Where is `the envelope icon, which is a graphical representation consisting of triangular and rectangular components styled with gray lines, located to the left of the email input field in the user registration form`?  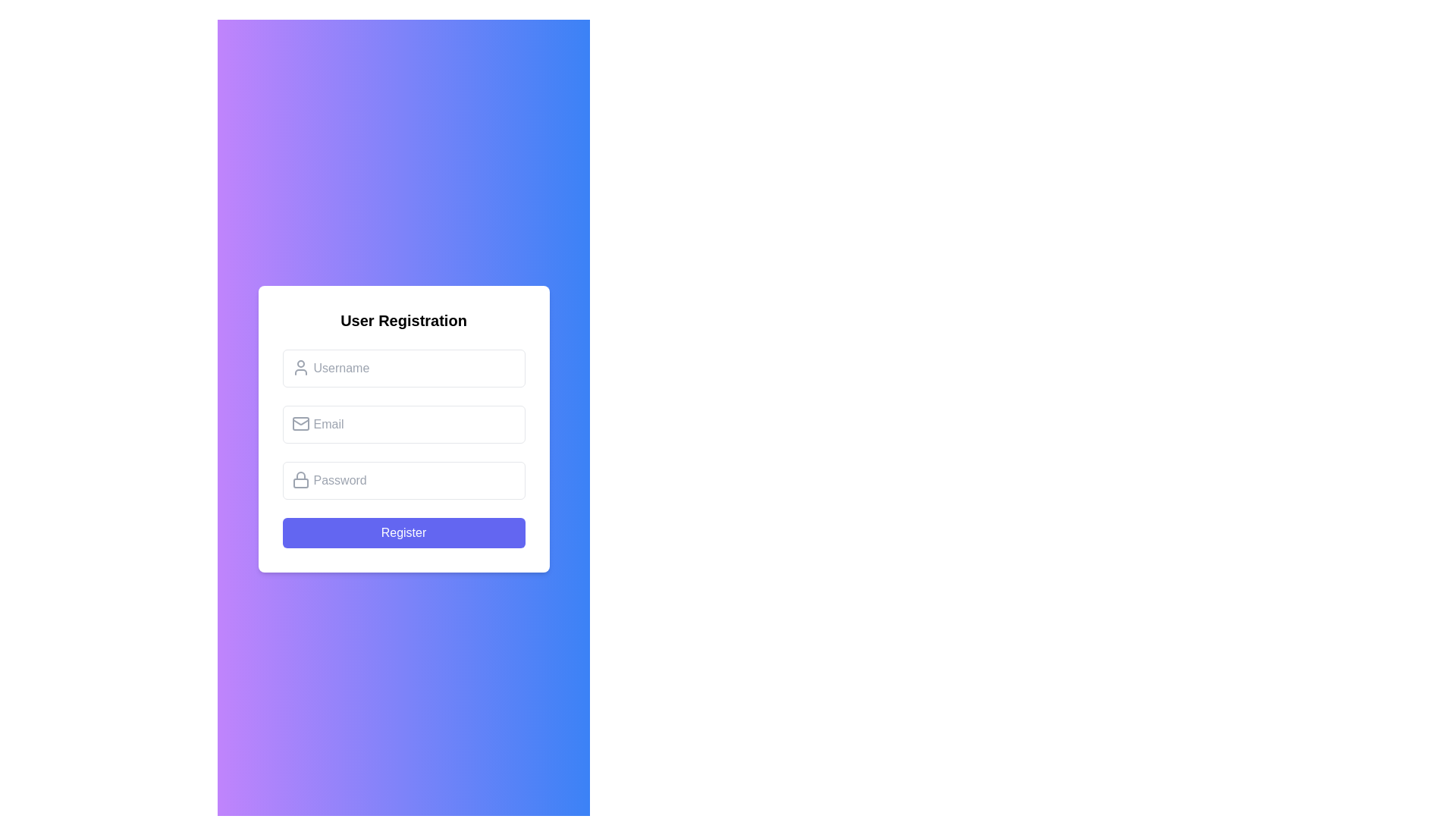 the envelope icon, which is a graphical representation consisting of triangular and rectangular components styled with gray lines, located to the left of the email input field in the user registration form is located at coordinates (300, 422).